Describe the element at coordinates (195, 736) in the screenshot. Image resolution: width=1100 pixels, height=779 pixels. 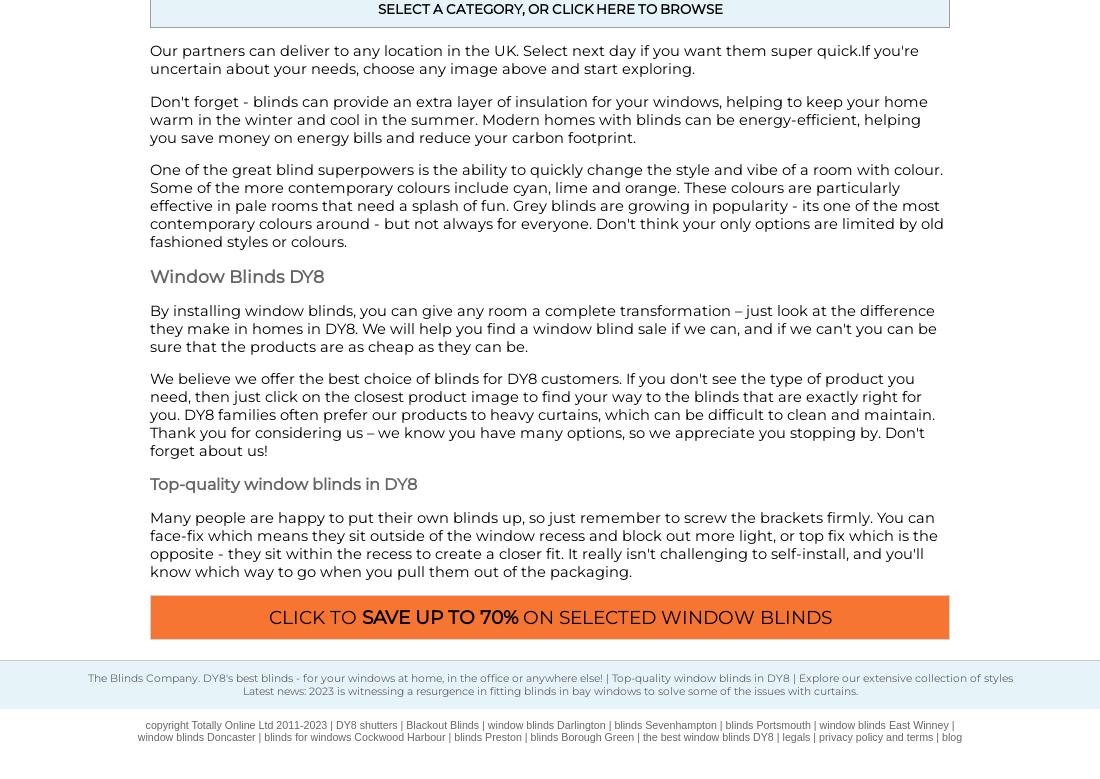
I see `'window blinds Doncaster'` at that location.